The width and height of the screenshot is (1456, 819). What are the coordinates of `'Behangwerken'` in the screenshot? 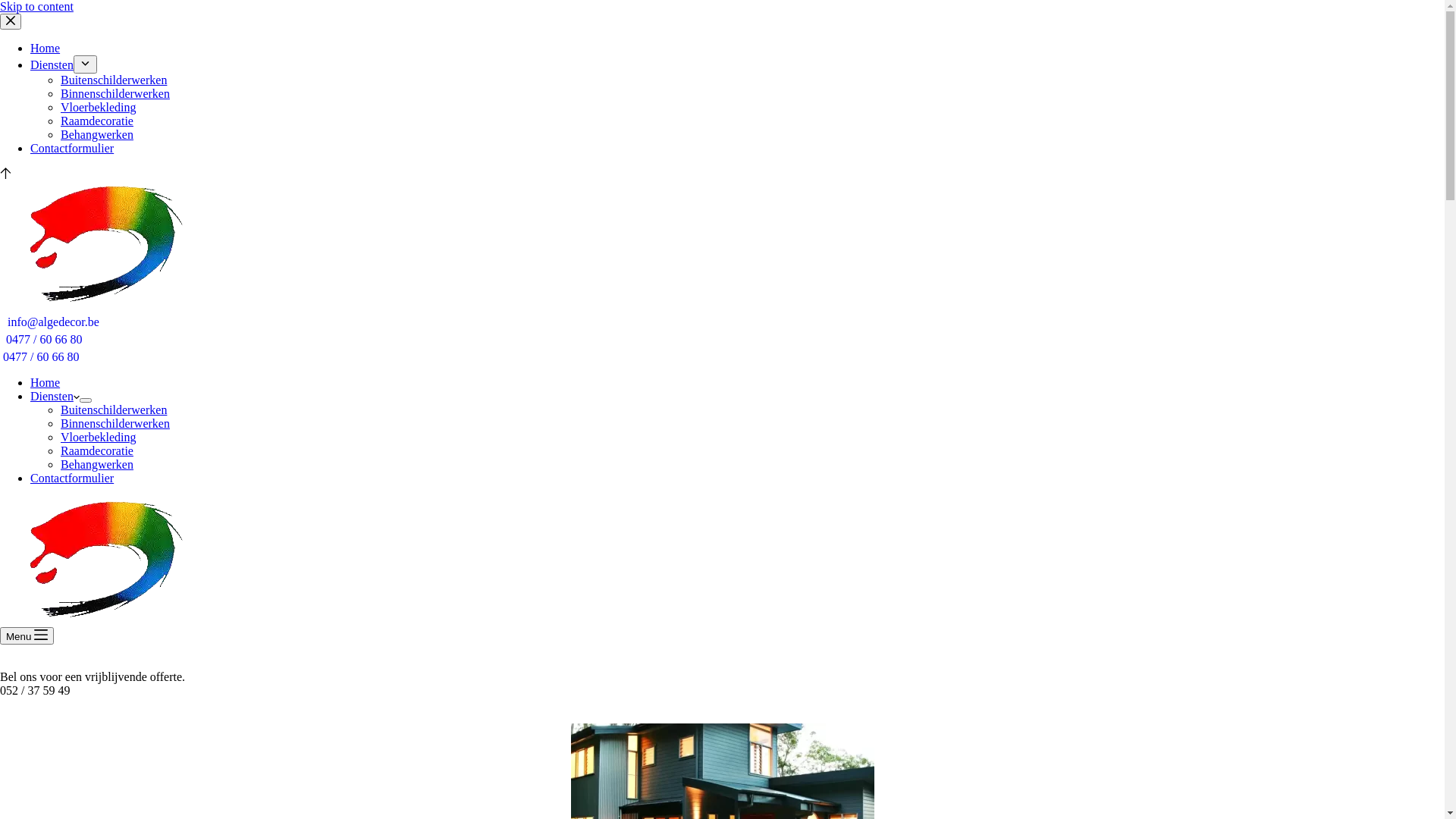 It's located at (61, 463).